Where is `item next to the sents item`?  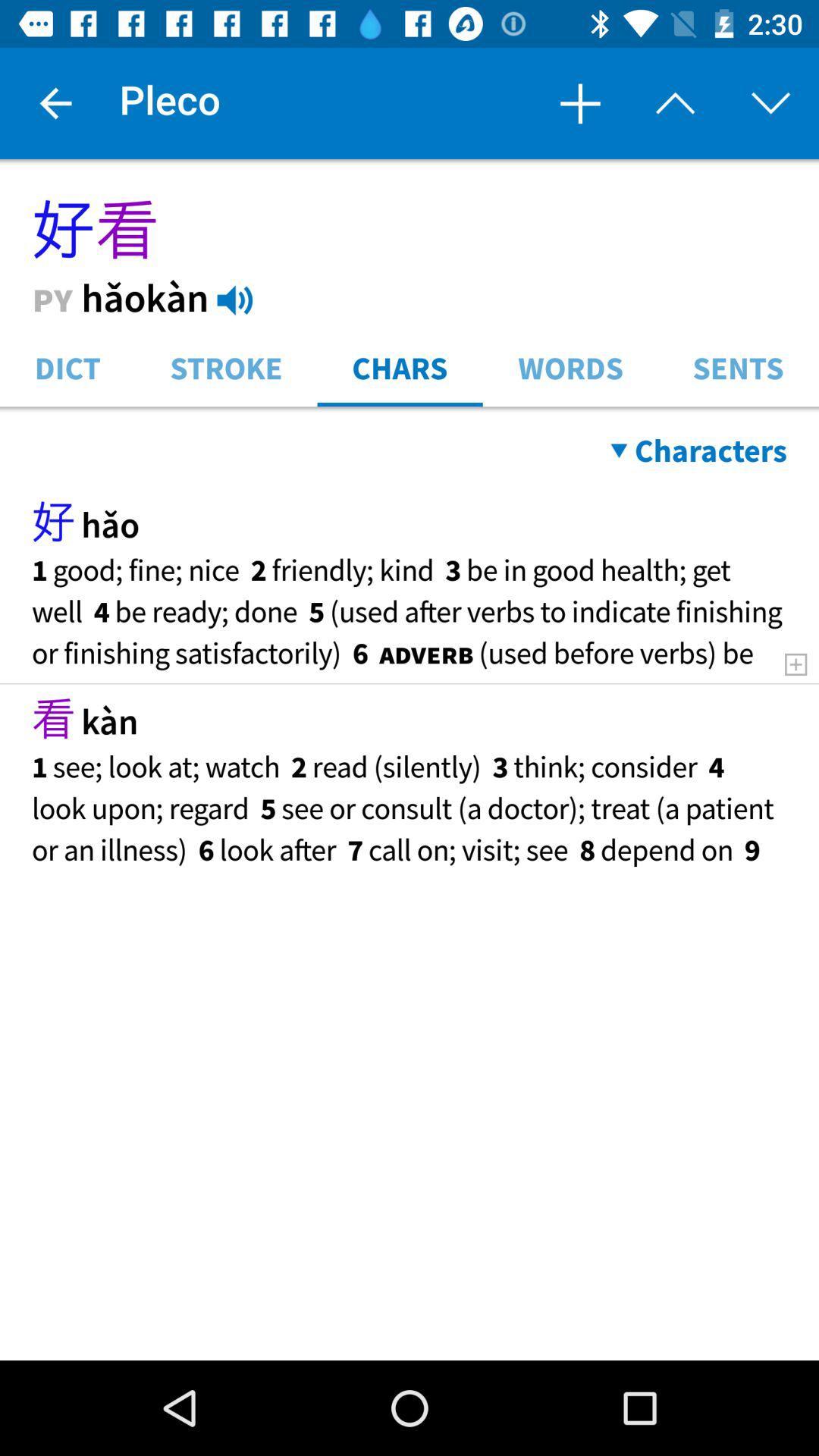 item next to the sents item is located at coordinates (570, 366).